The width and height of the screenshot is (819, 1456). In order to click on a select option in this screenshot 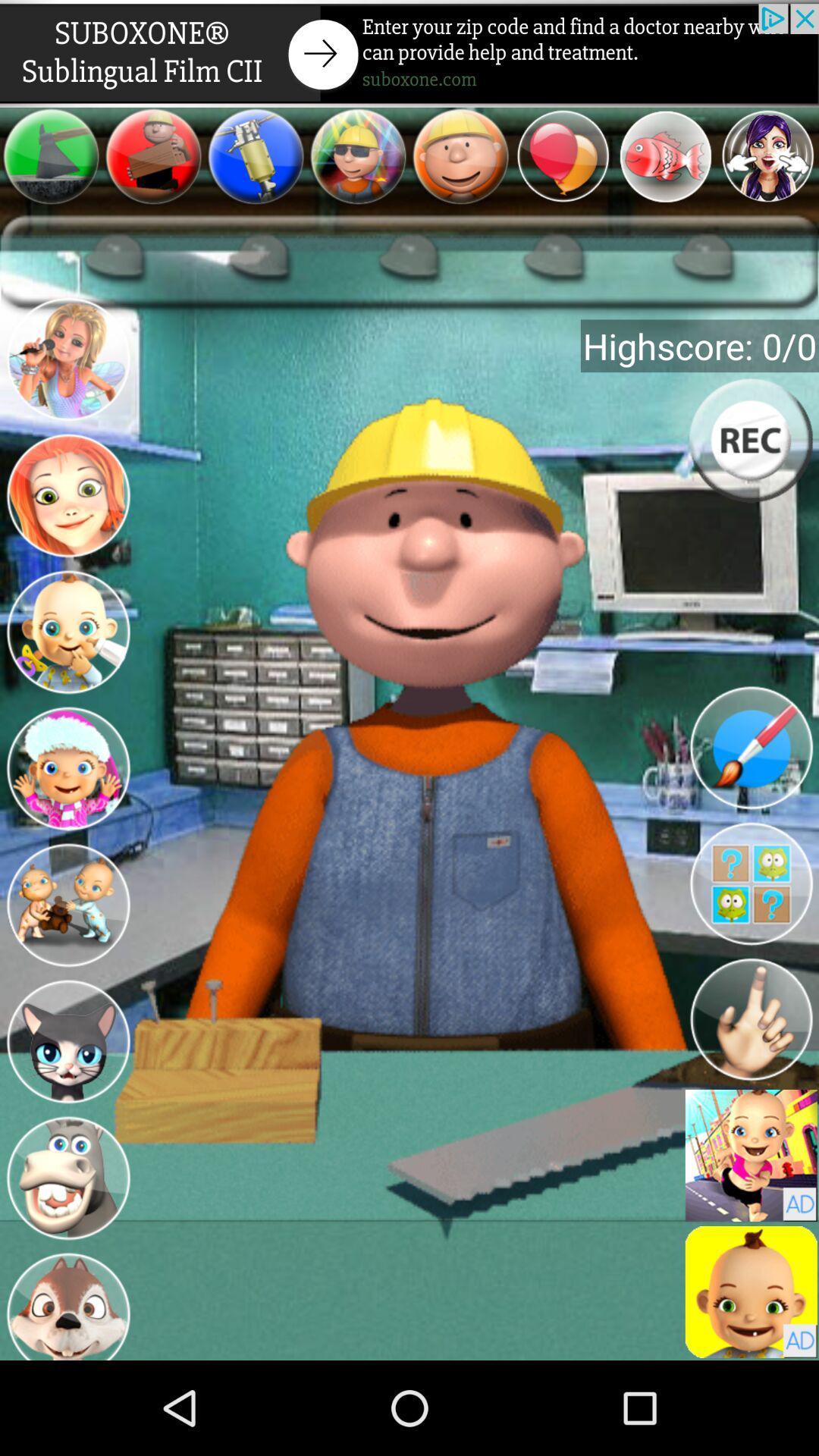, I will do `click(67, 360)`.